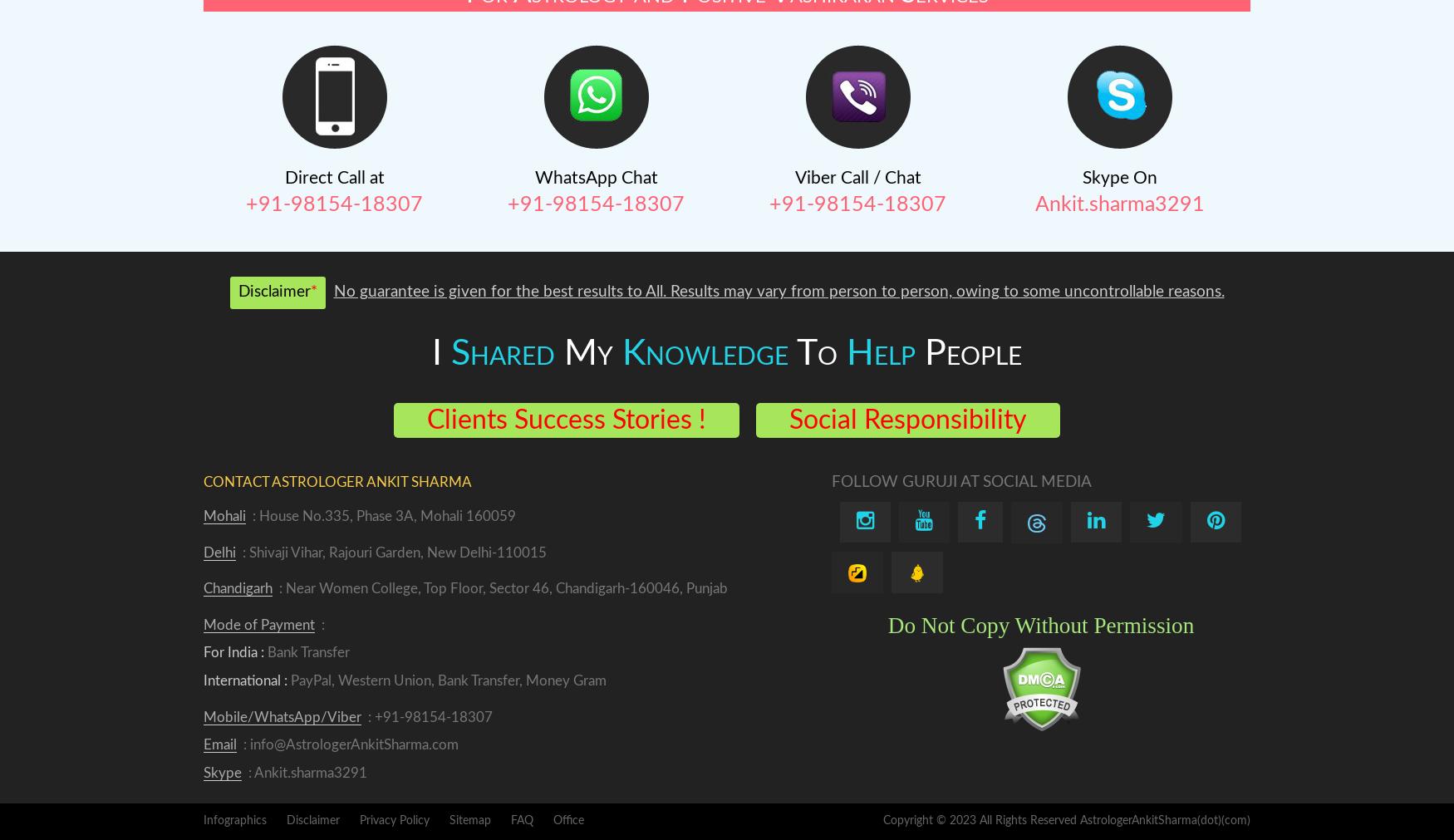  What do you see at coordinates (353, 744) in the screenshot?
I see `'info@AstrologerAnkitSharma.com'` at bounding box center [353, 744].